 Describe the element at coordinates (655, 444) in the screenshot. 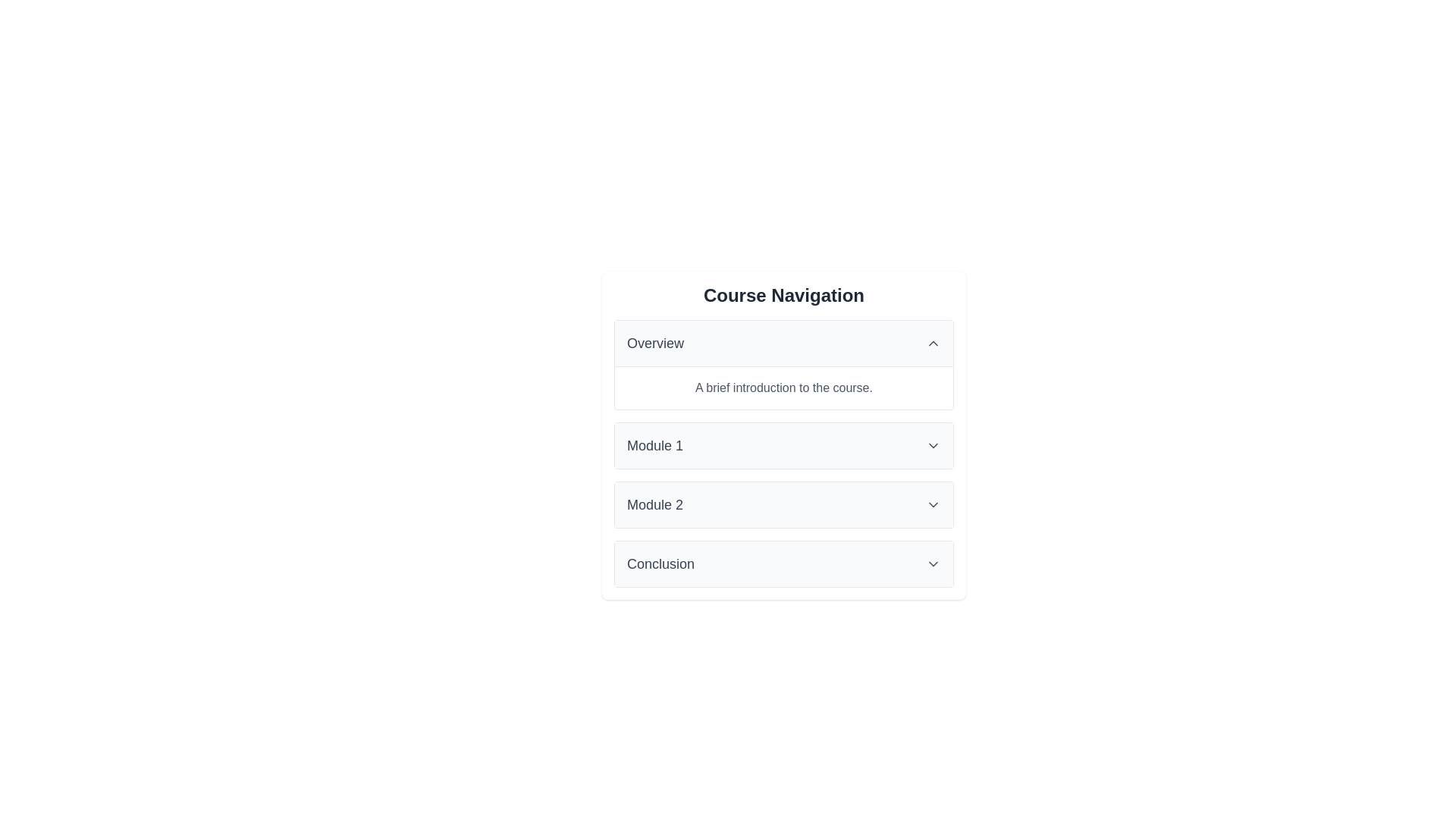

I see `the label or text heading for the 'Module 1' section in the Course Navigation menu` at that location.